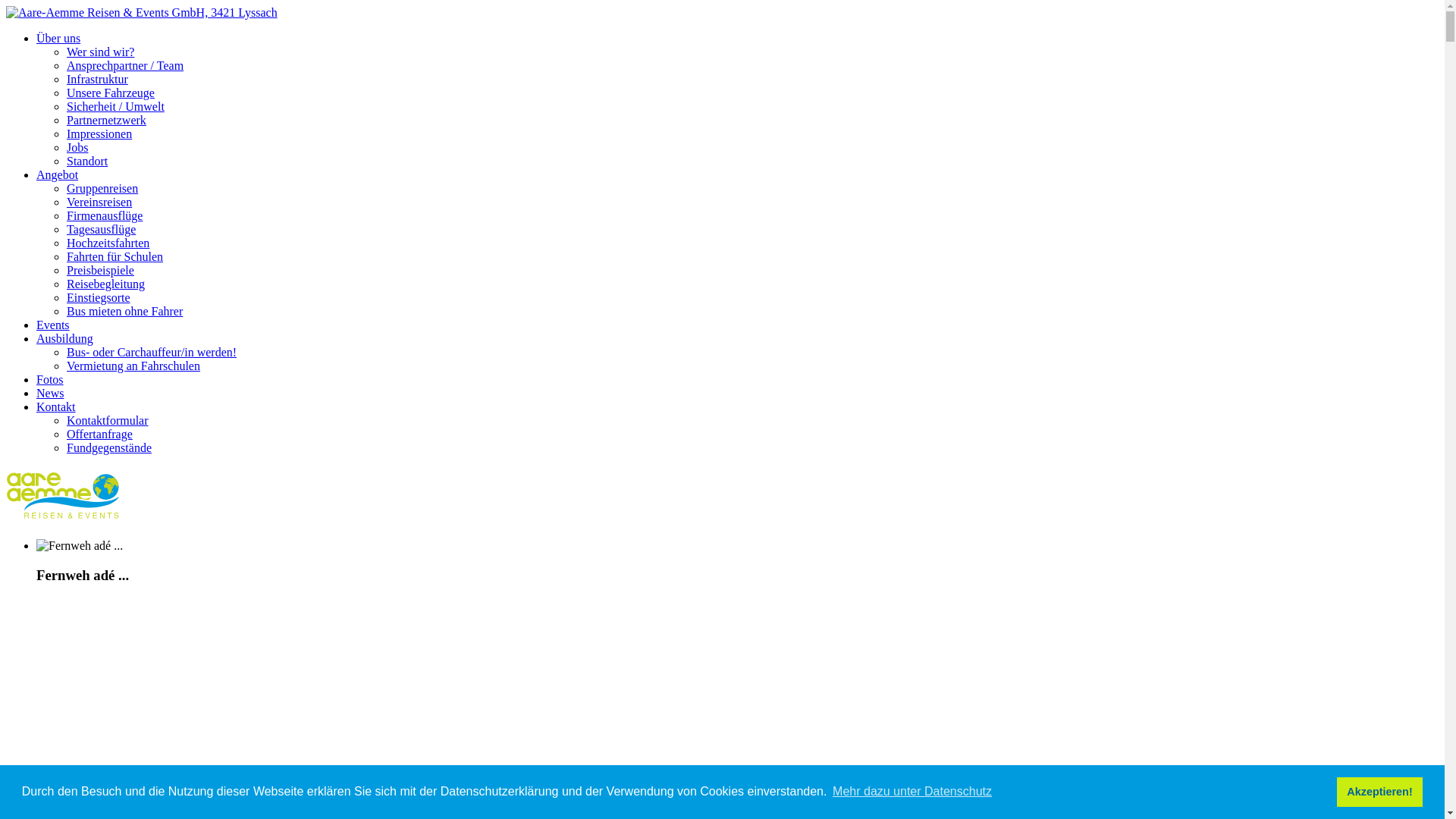  What do you see at coordinates (912, 791) in the screenshot?
I see `'Mehr dazu unter Datenschutz'` at bounding box center [912, 791].